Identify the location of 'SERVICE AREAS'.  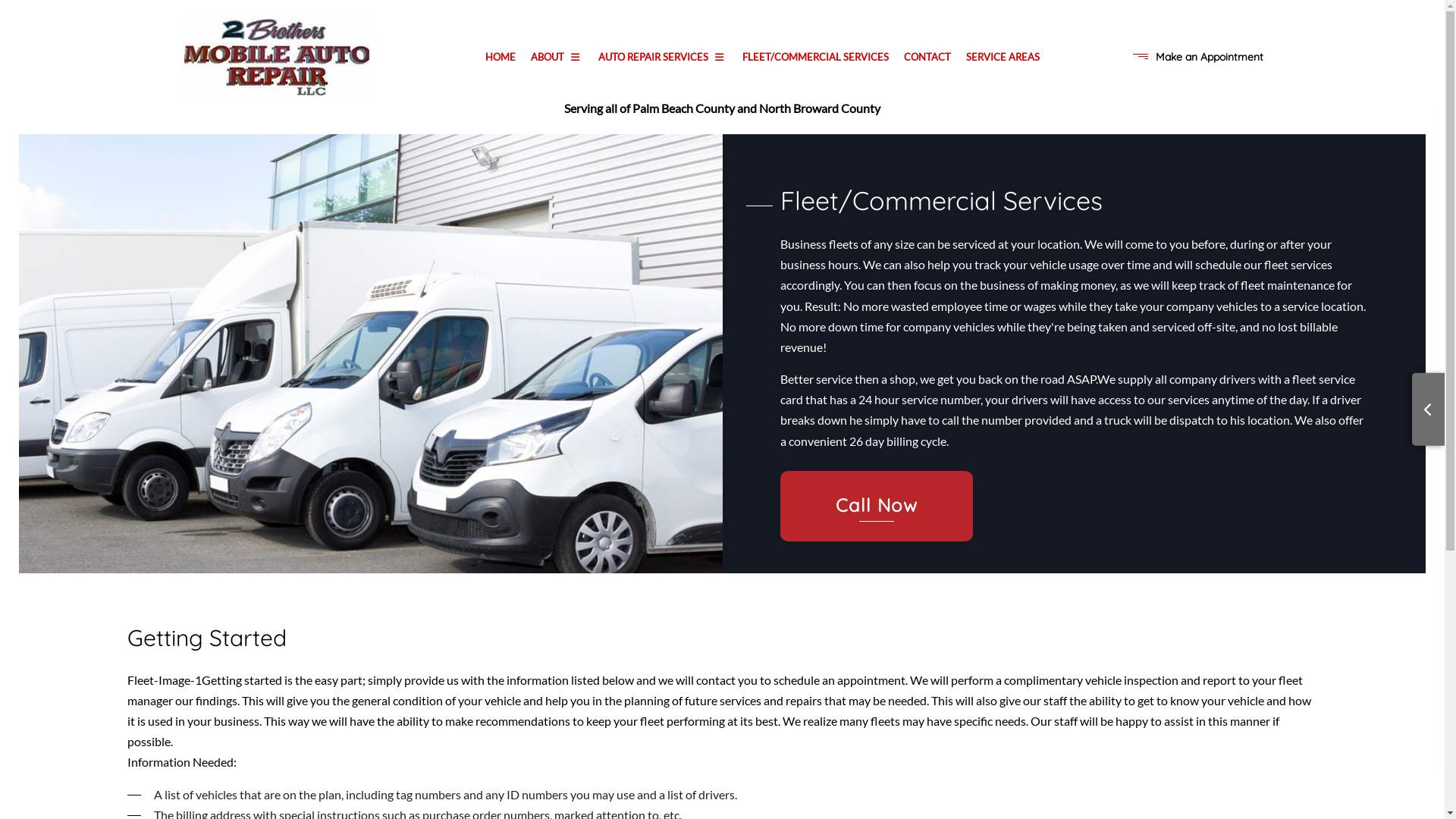
(1003, 56).